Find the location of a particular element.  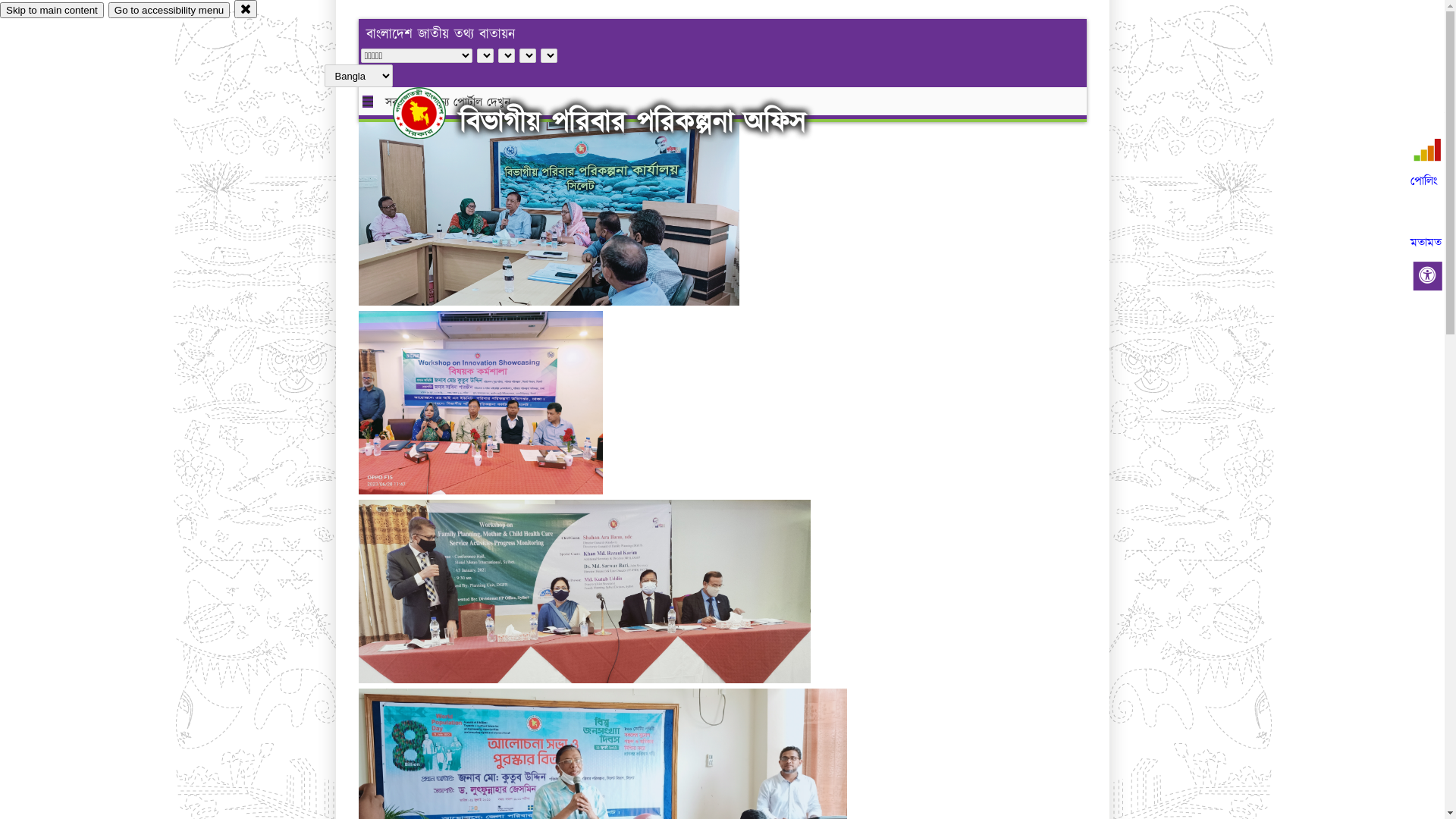

'Go to accessibility menu' is located at coordinates (168, 10).